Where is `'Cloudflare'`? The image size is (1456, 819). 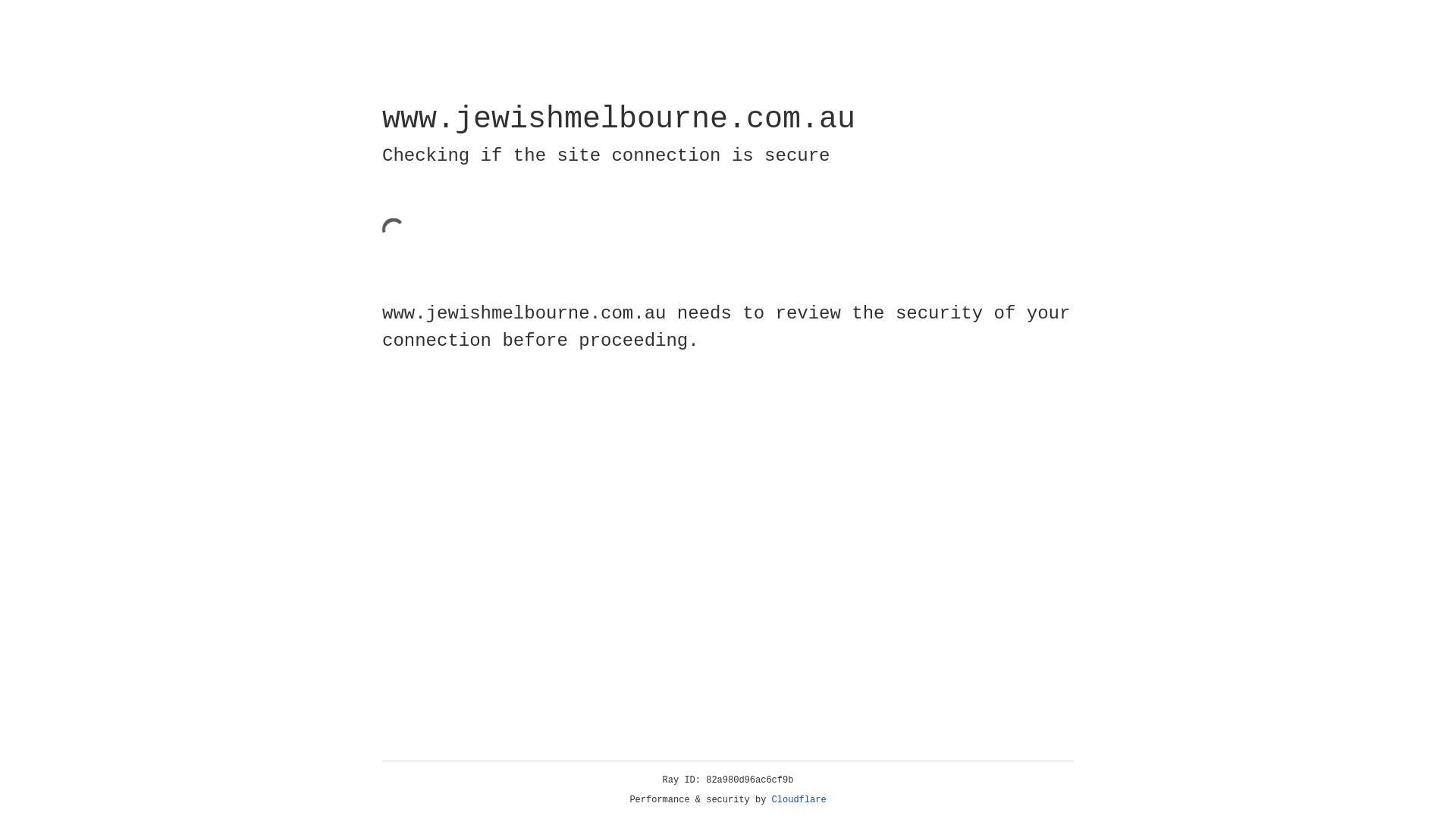 'Cloudflare' is located at coordinates (799, 799).